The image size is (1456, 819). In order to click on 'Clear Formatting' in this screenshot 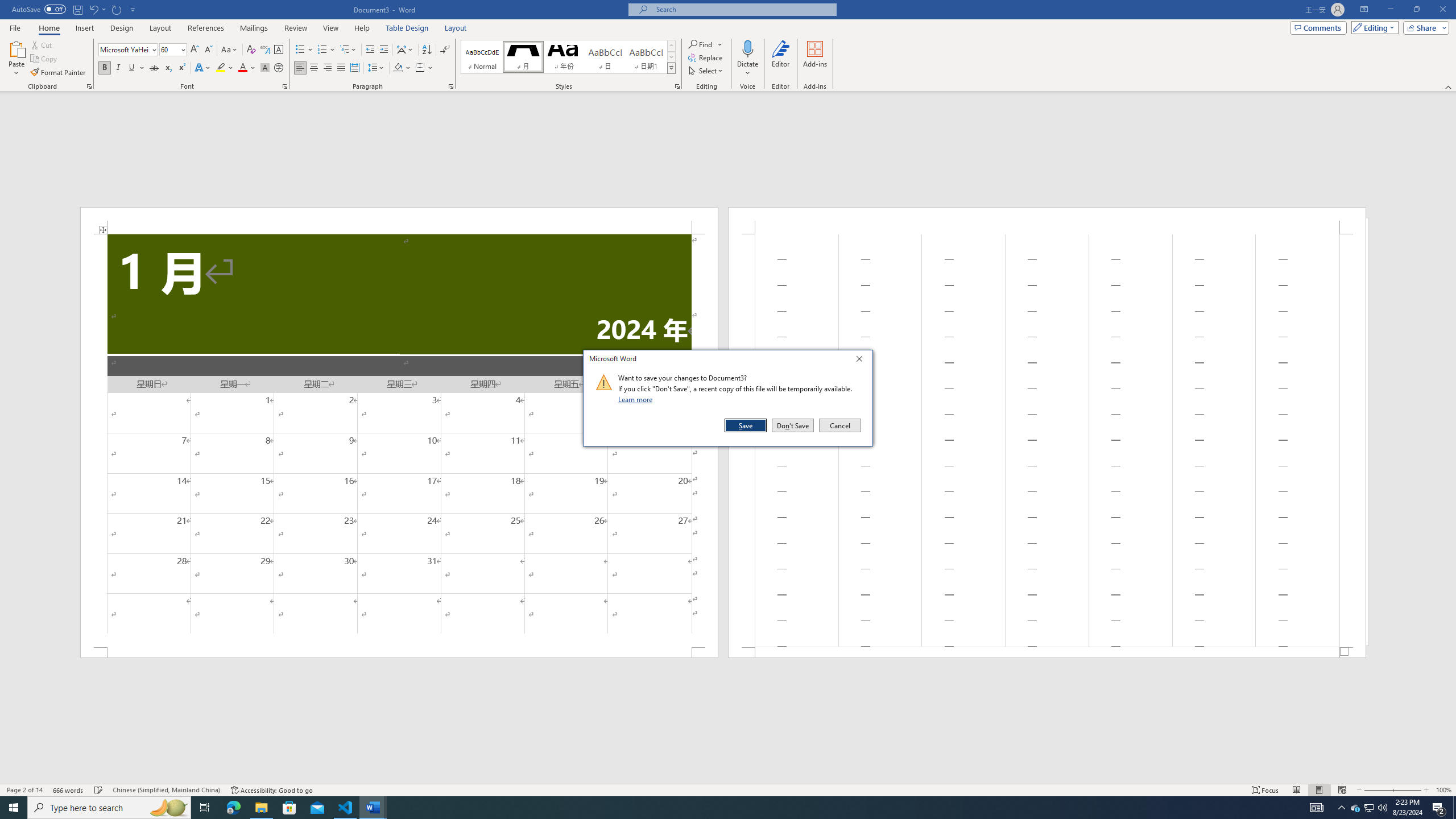, I will do `click(250, 49)`.